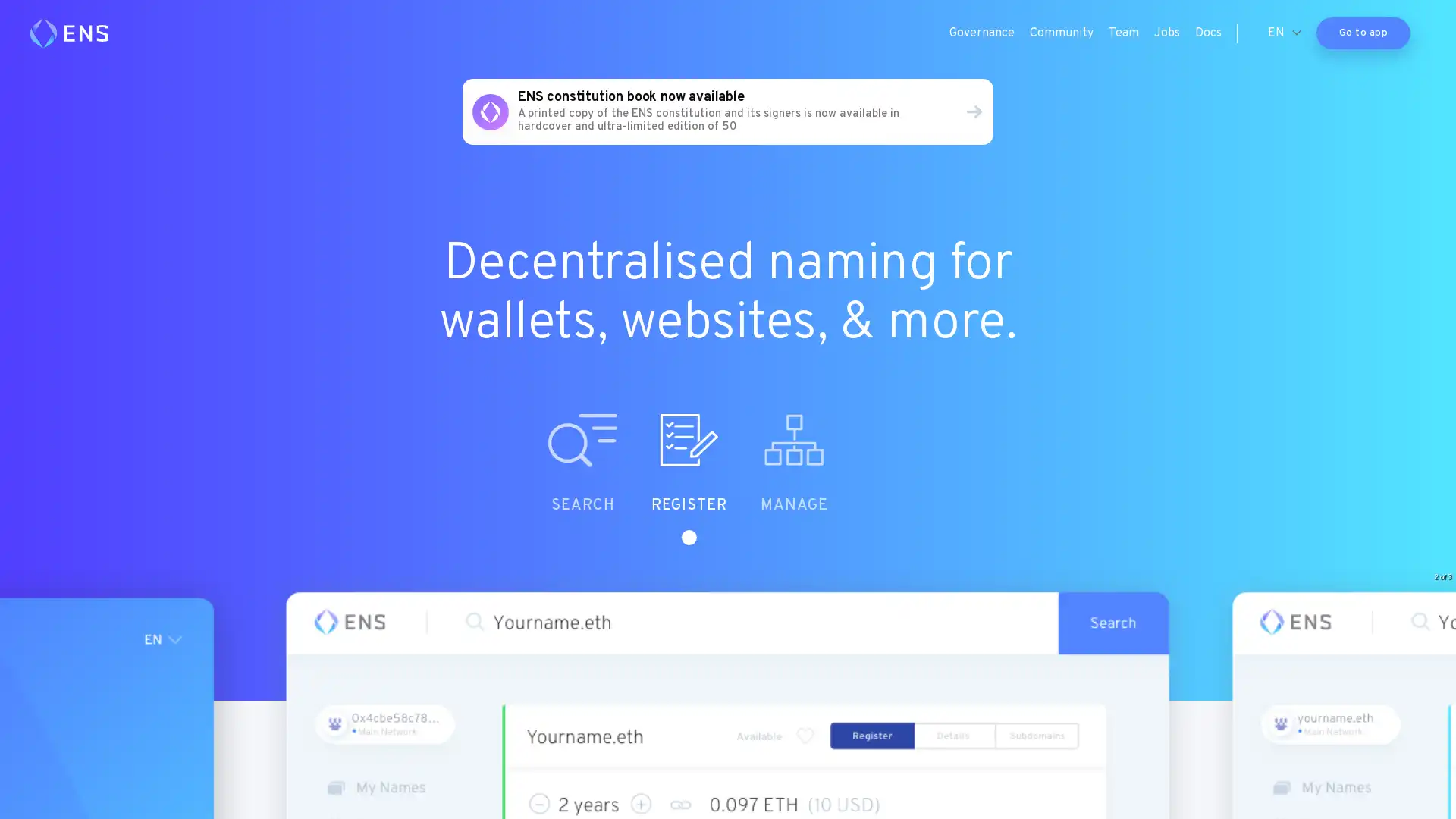 Image resolution: width=1456 pixels, height=819 pixels. Describe the element at coordinates (848, 479) in the screenshot. I see `slide item 3` at that location.